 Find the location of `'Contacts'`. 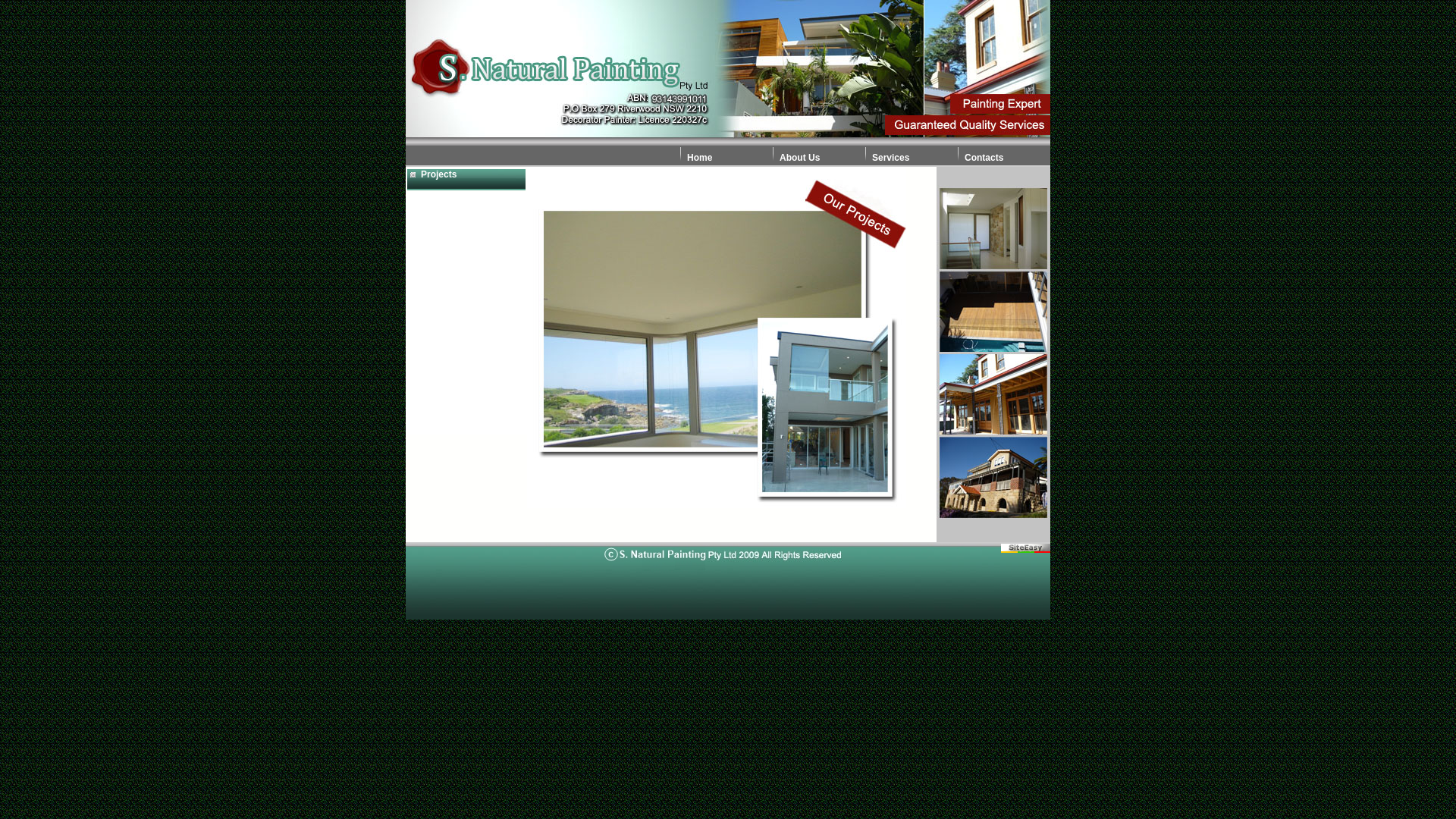

'Contacts' is located at coordinates (984, 158).